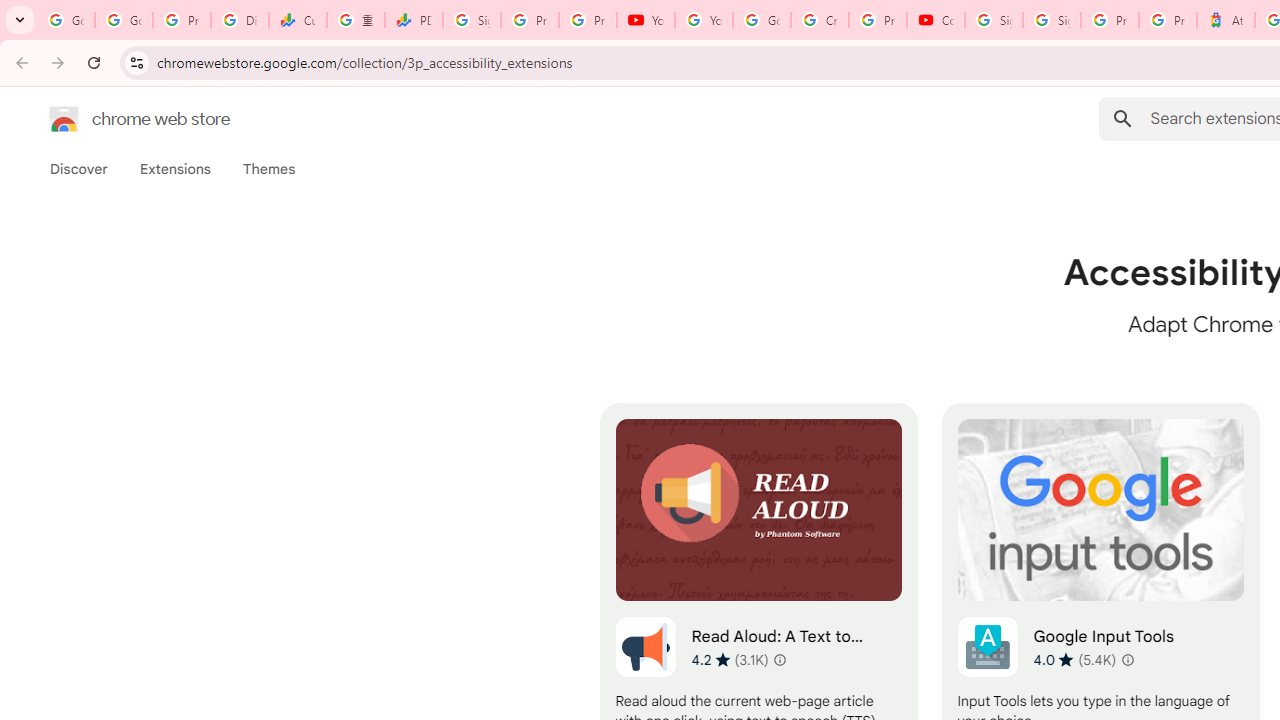  I want to click on 'Chrome Web Store logo chrome web store', so click(118, 119).